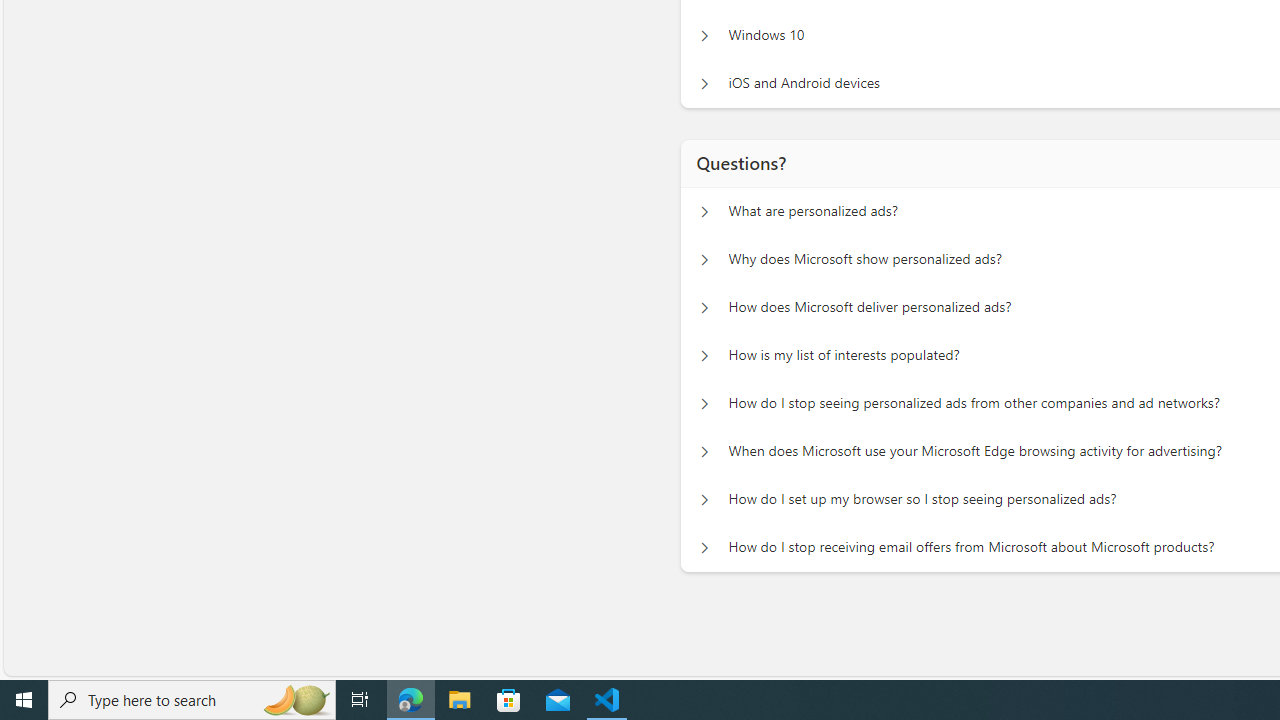 This screenshot has width=1280, height=720. I want to click on 'Questions? What are personalized ads?', so click(704, 212).